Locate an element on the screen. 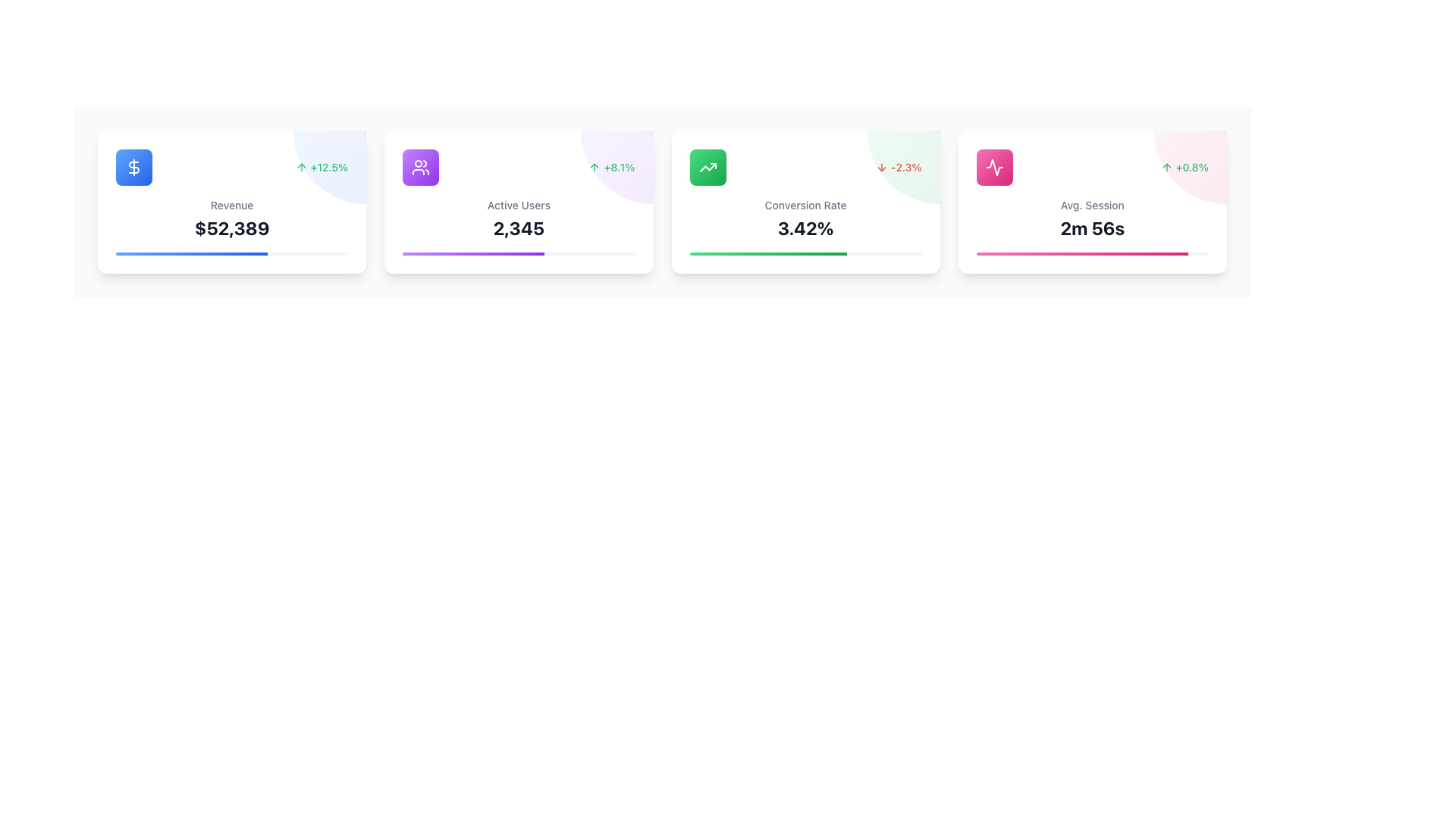 The height and width of the screenshot is (819, 1456). the positive trend icon located to the left of the text '+12.5%' in the top-right corner of the 'Revenue' card on the dashboard interface is located at coordinates (301, 167).